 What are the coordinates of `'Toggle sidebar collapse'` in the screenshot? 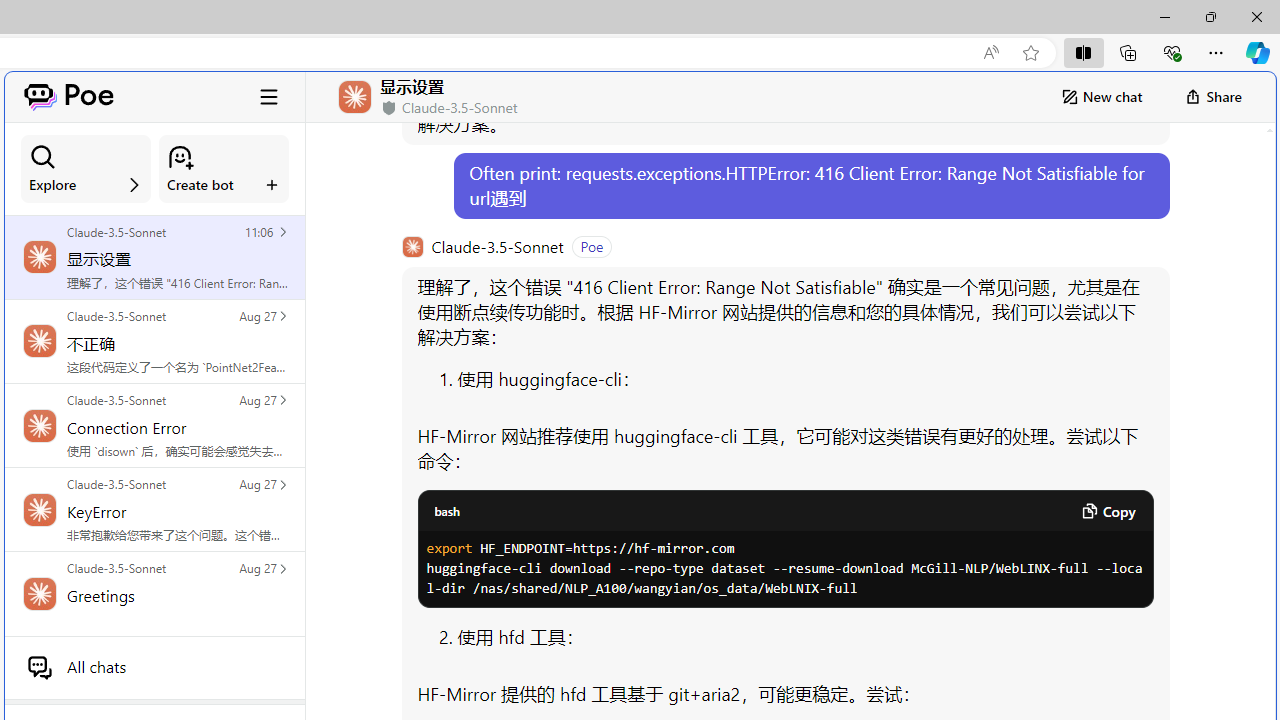 It's located at (268, 96).